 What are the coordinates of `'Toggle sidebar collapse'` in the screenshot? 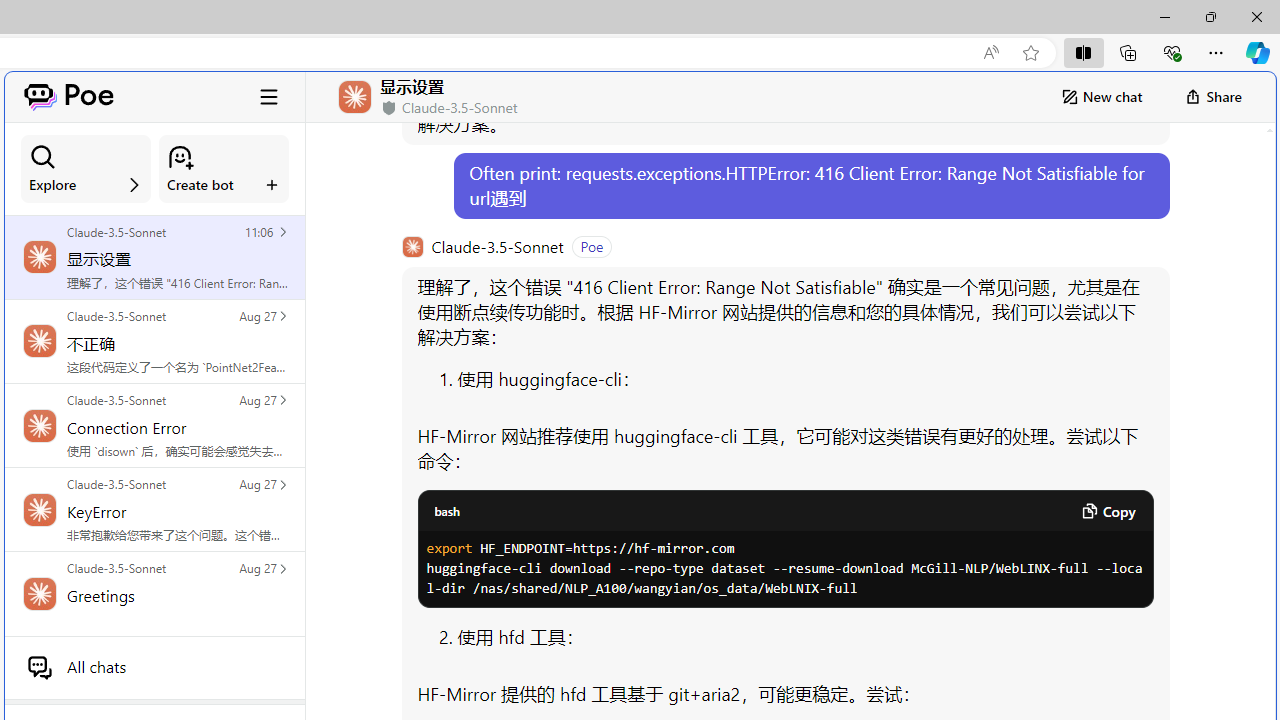 It's located at (268, 96).